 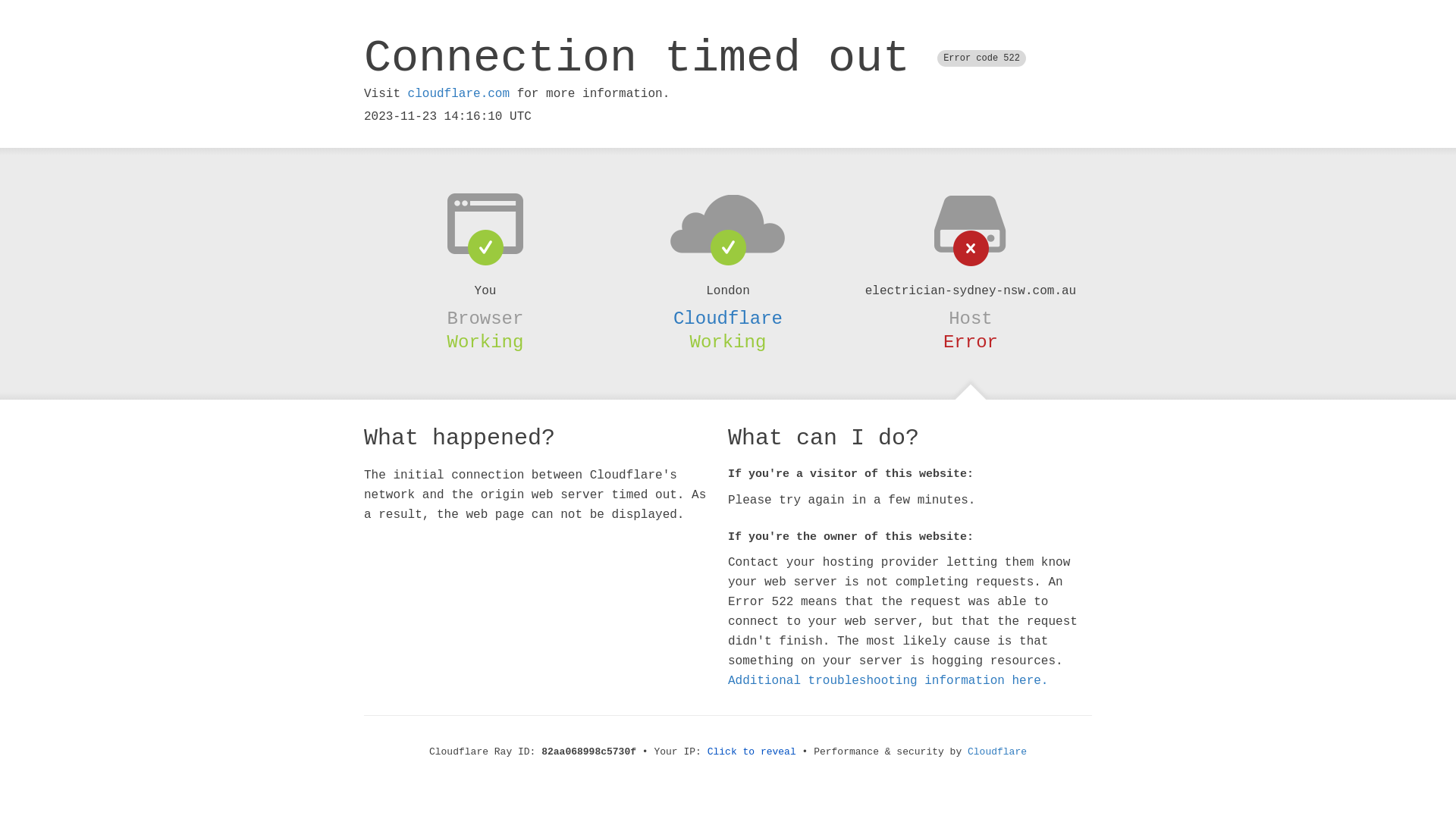 What do you see at coordinates (728, 318) in the screenshot?
I see `'Cloudflare'` at bounding box center [728, 318].